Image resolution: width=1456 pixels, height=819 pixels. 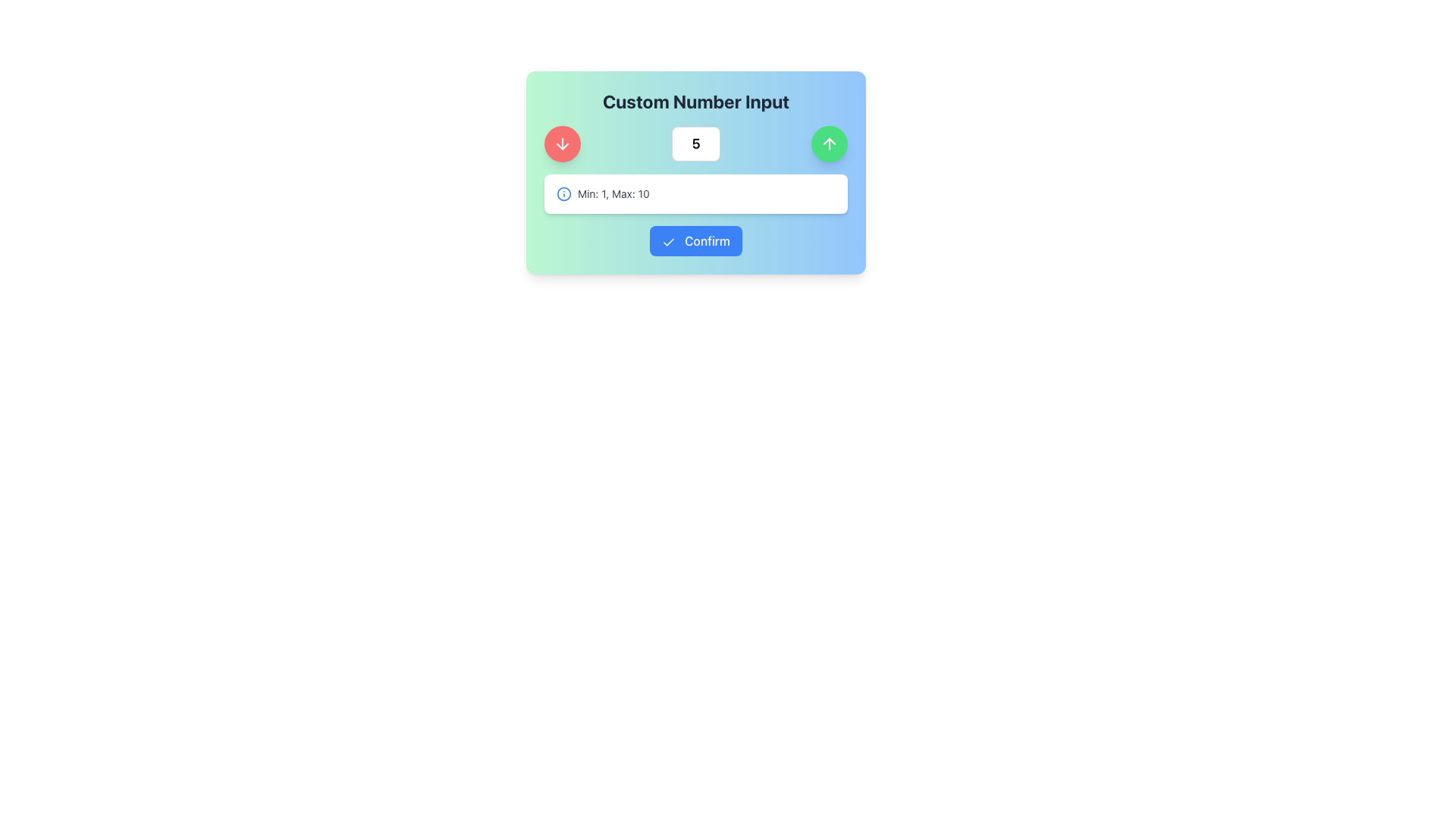 I want to click on the decrement button, which is a circular button located on the left side of the number input field, to change its appearance, so click(x=562, y=143).